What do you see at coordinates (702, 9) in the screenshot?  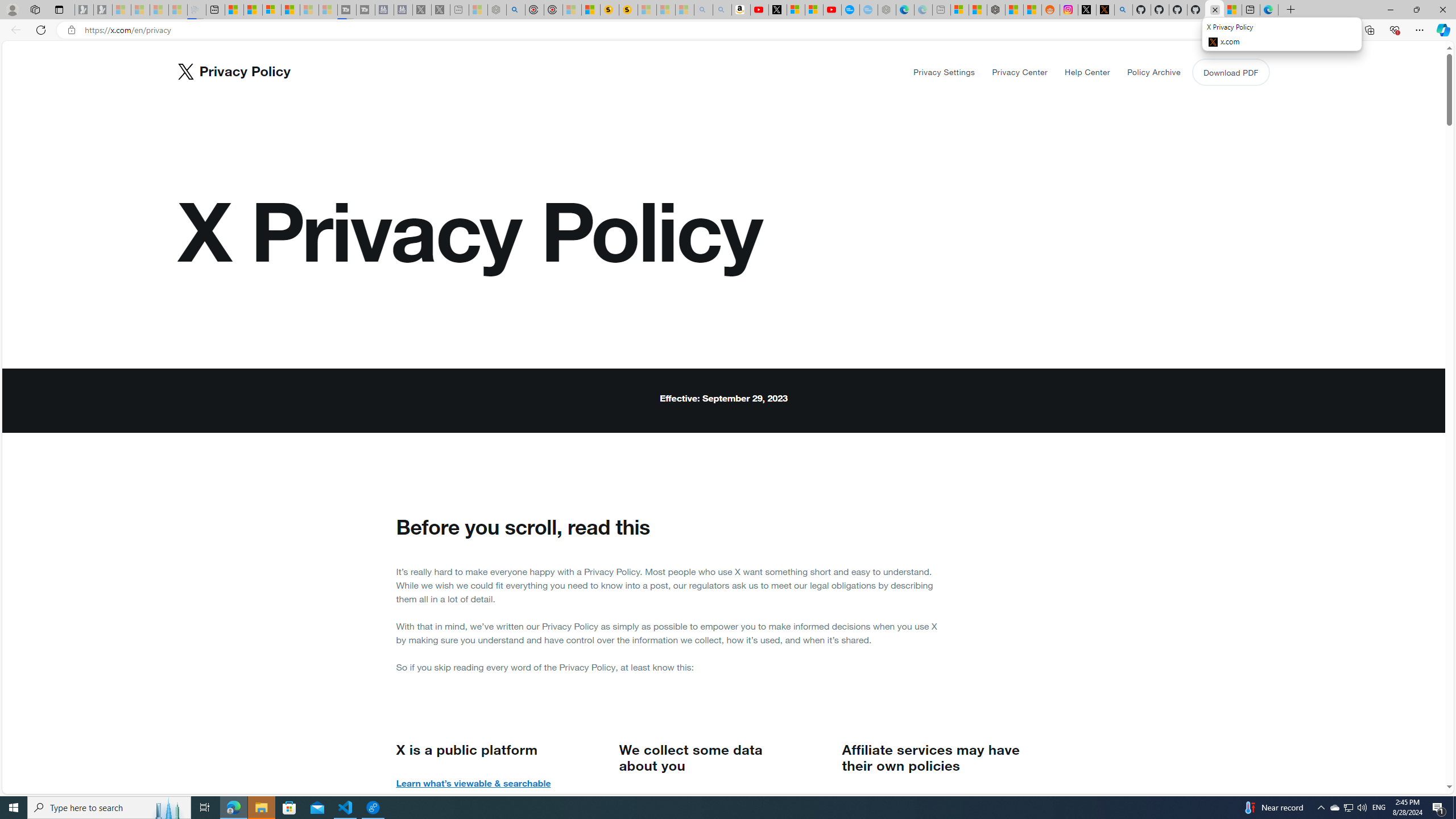 I see `'amazon - Search - Sleeping'` at bounding box center [702, 9].